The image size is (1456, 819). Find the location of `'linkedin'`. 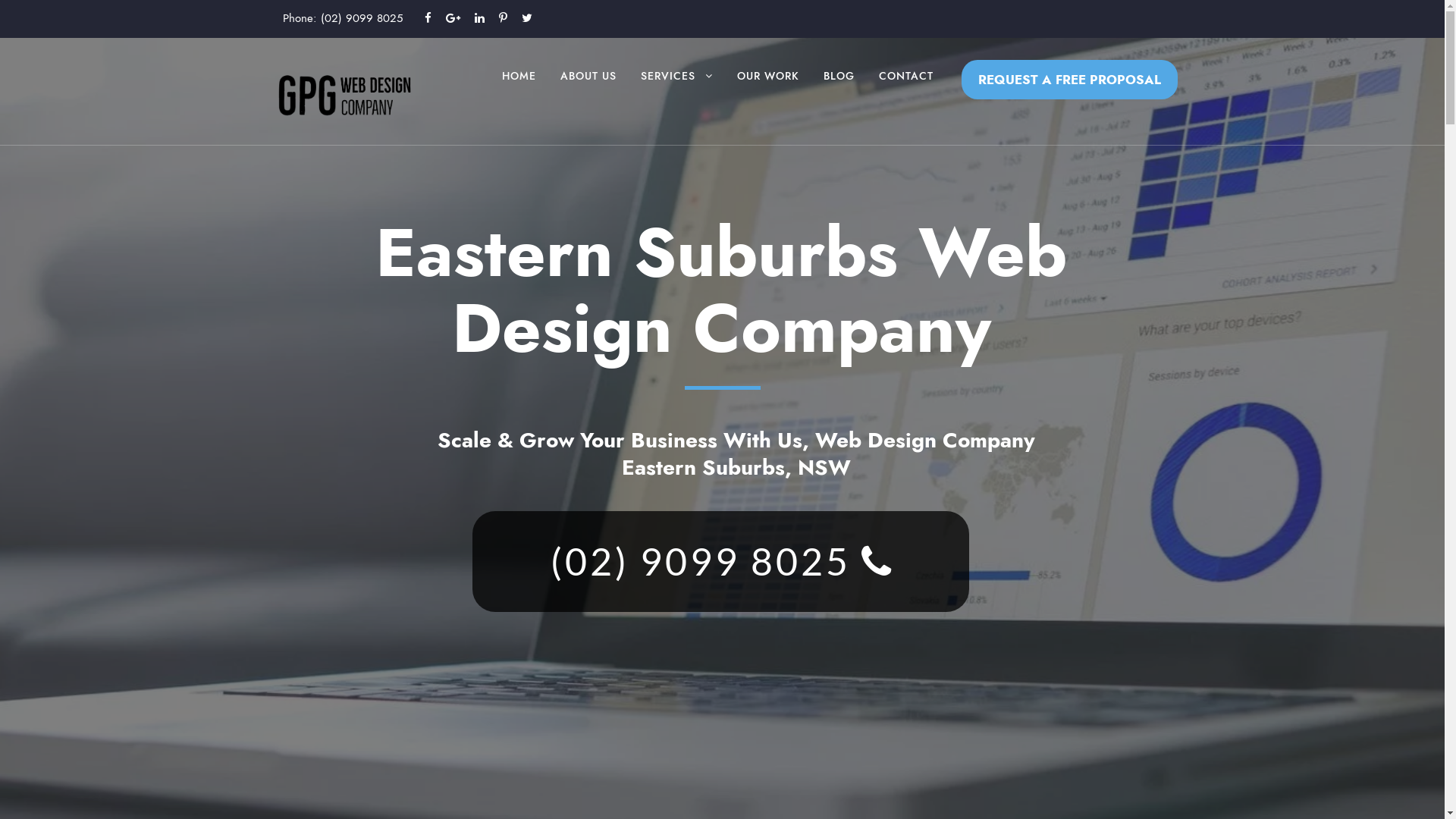

'linkedin' is located at coordinates (479, 17).